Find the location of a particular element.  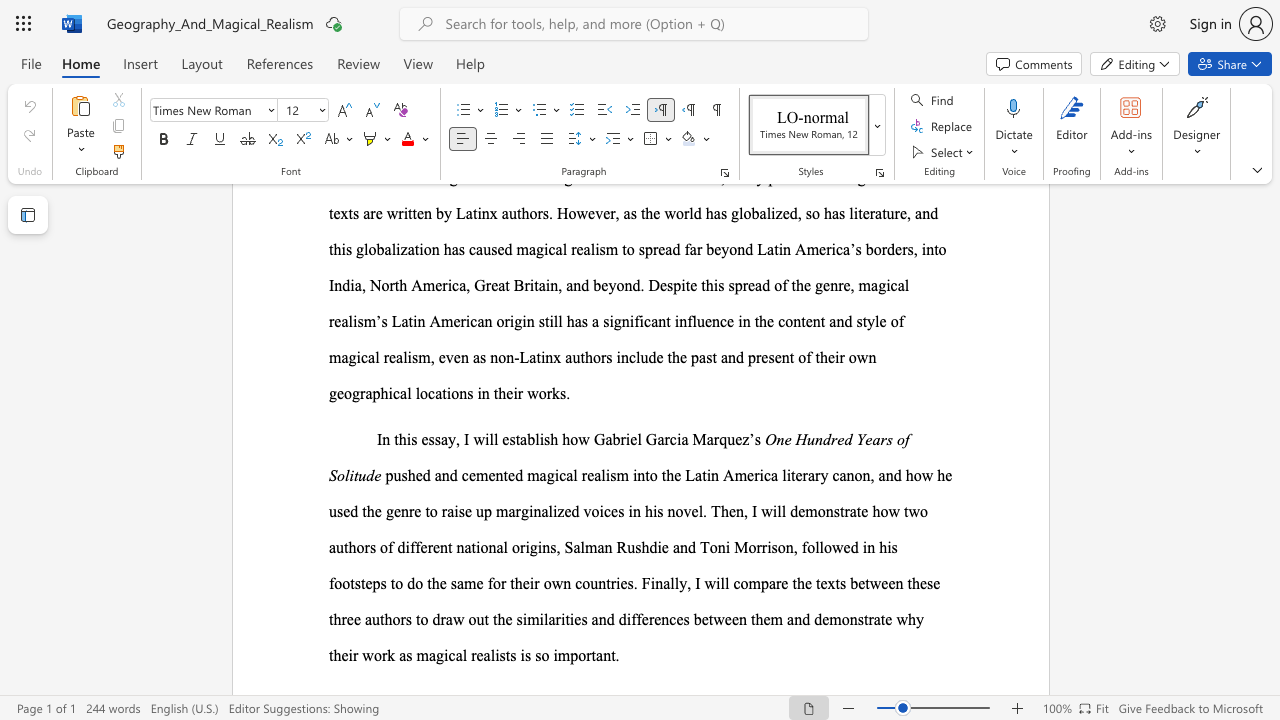

the subset text "st" within the text "demonstrate" is located at coordinates (857, 618).